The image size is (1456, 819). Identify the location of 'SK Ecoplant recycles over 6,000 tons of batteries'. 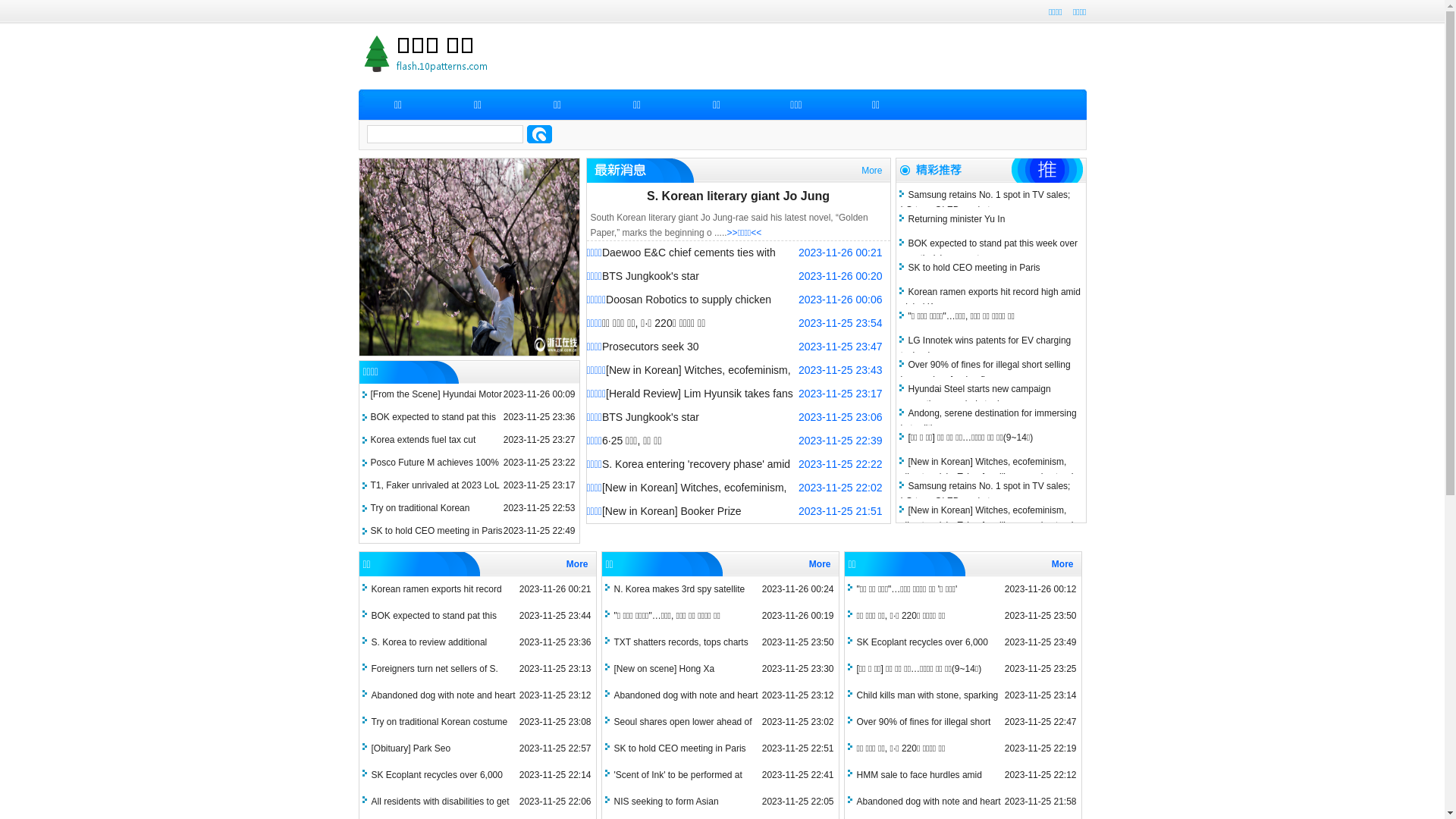
(364, 783).